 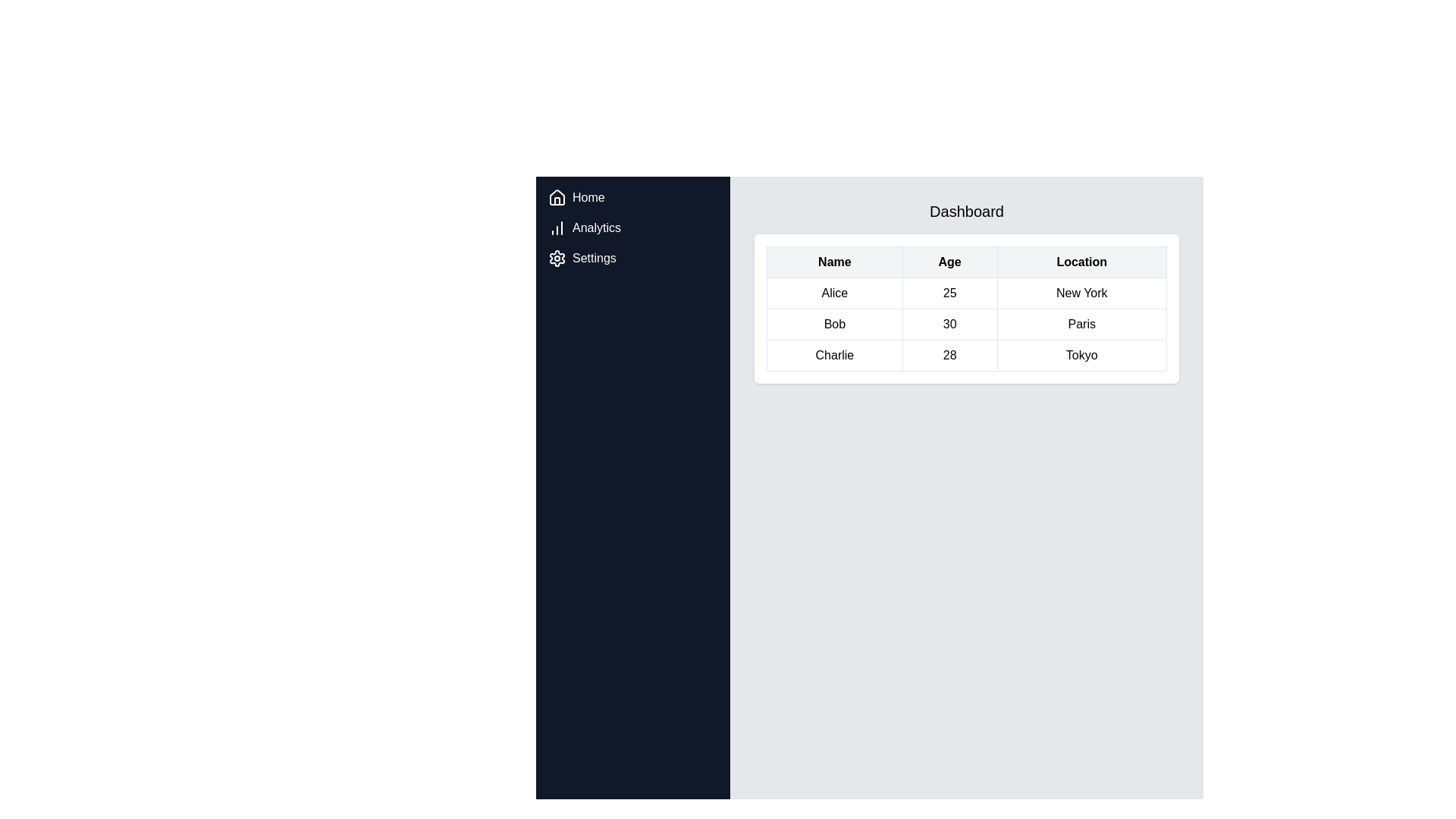 I want to click on the second row of the table displaying 'Bob', '30', and 'Paris', so click(x=966, y=324).